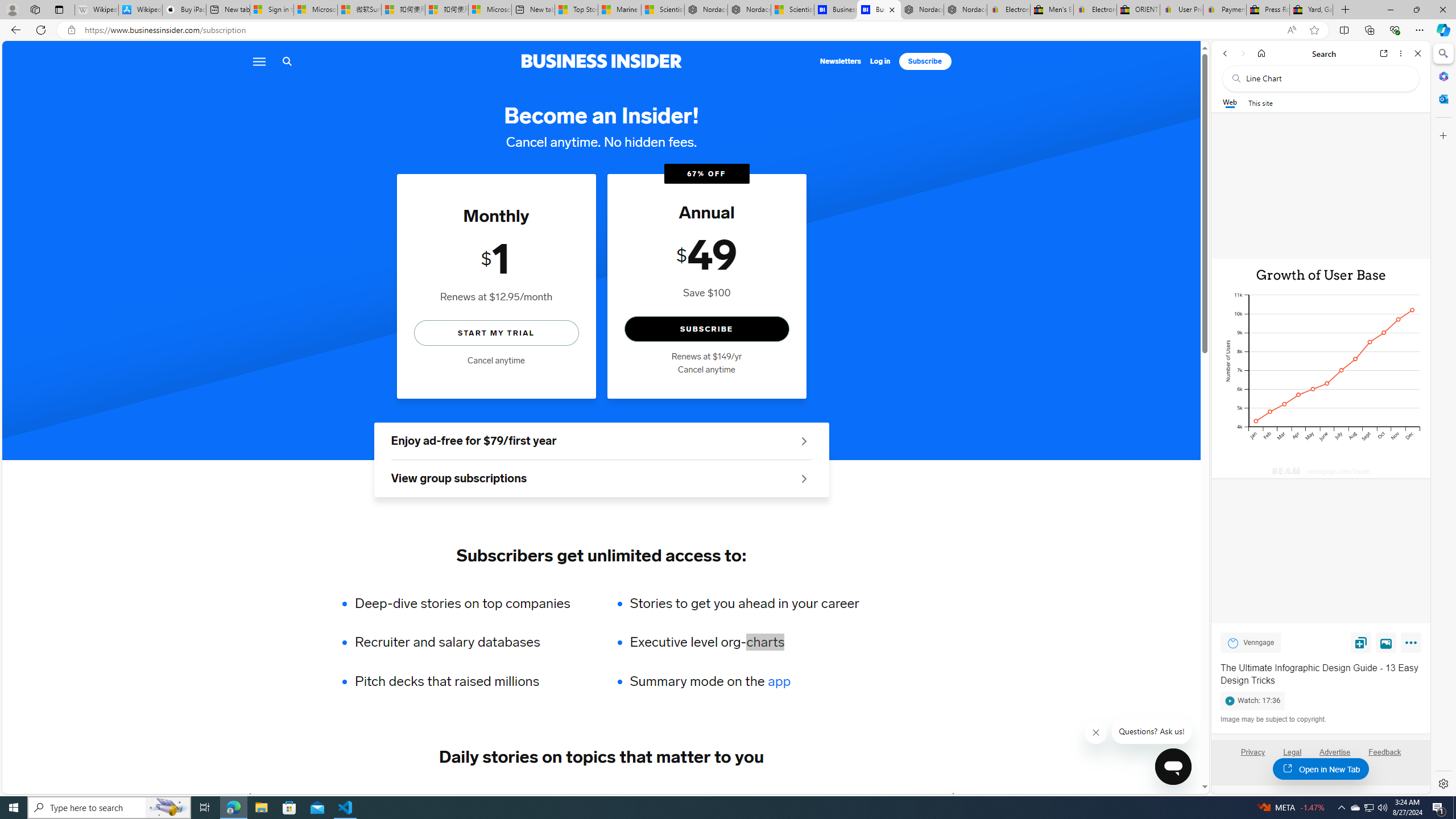 This screenshot has width=1456, height=819. What do you see at coordinates (706, 329) in the screenshot?
I see `'SUBSCRIBE'` at bounding box center [706, 329].